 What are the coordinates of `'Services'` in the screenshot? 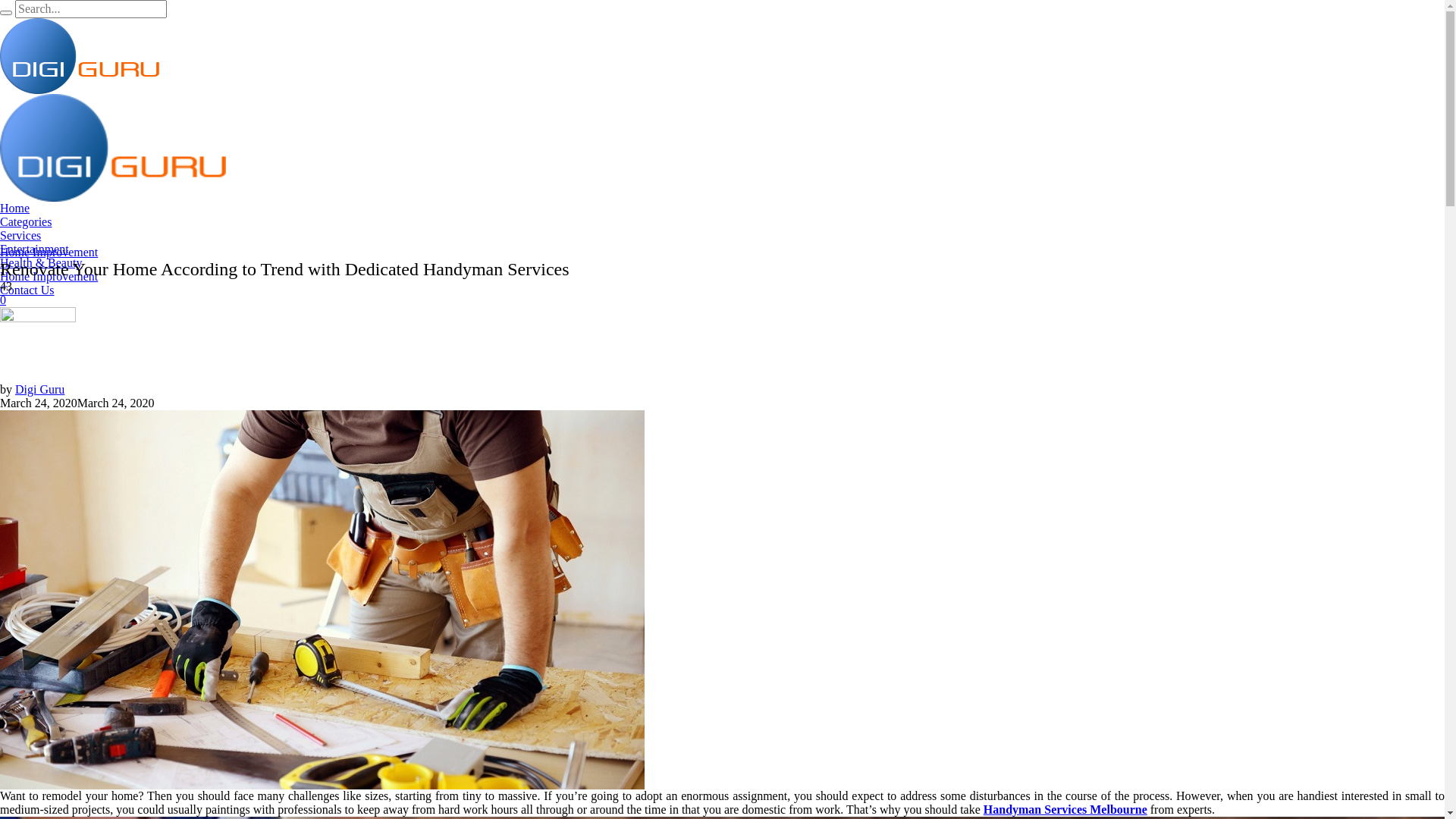 It's located at (20, 235).